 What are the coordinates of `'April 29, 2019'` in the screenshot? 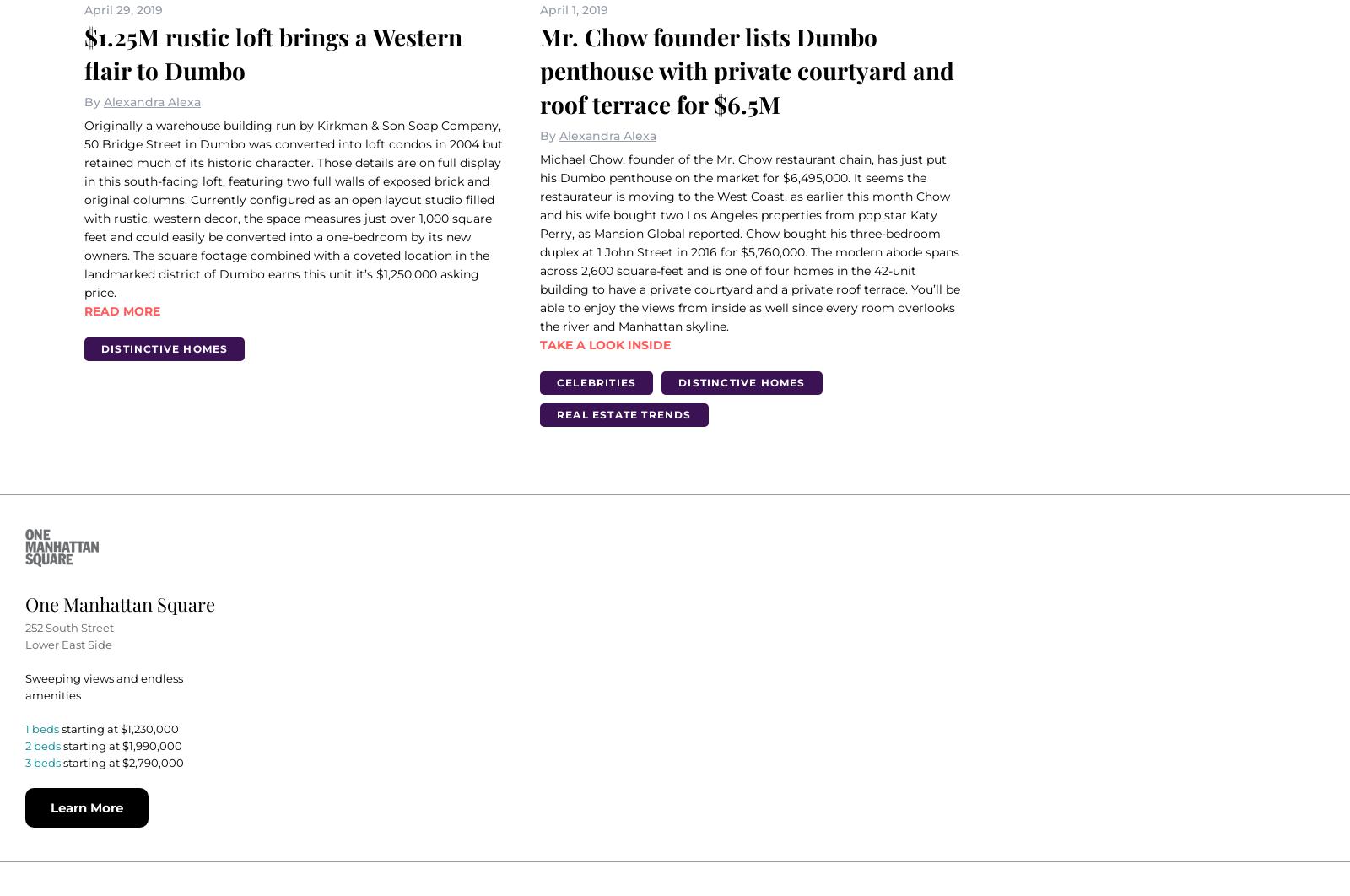 It's located at (84, 9).